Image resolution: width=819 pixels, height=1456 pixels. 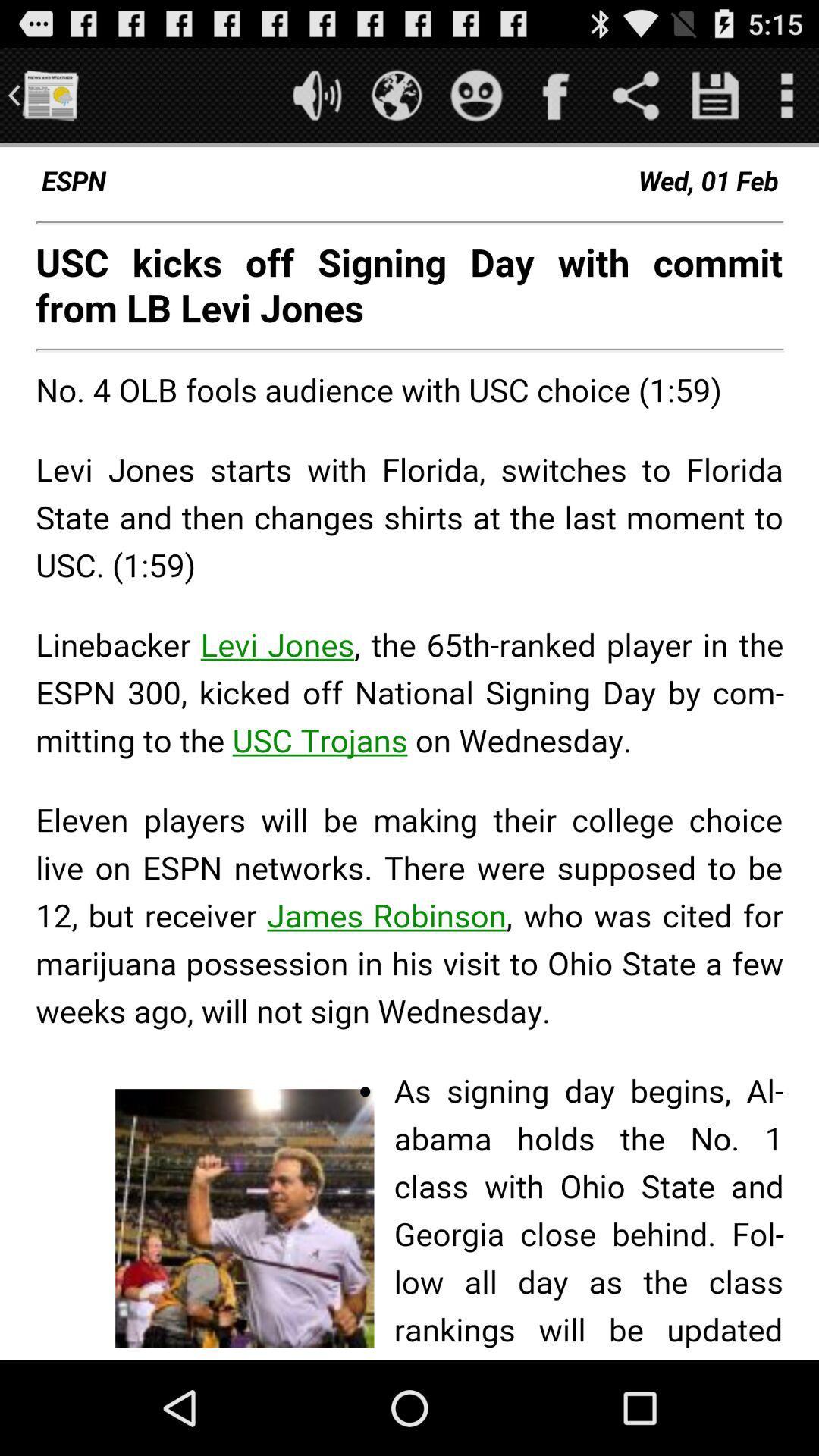 I want to click on the more icon, so click(x=786, y=101).